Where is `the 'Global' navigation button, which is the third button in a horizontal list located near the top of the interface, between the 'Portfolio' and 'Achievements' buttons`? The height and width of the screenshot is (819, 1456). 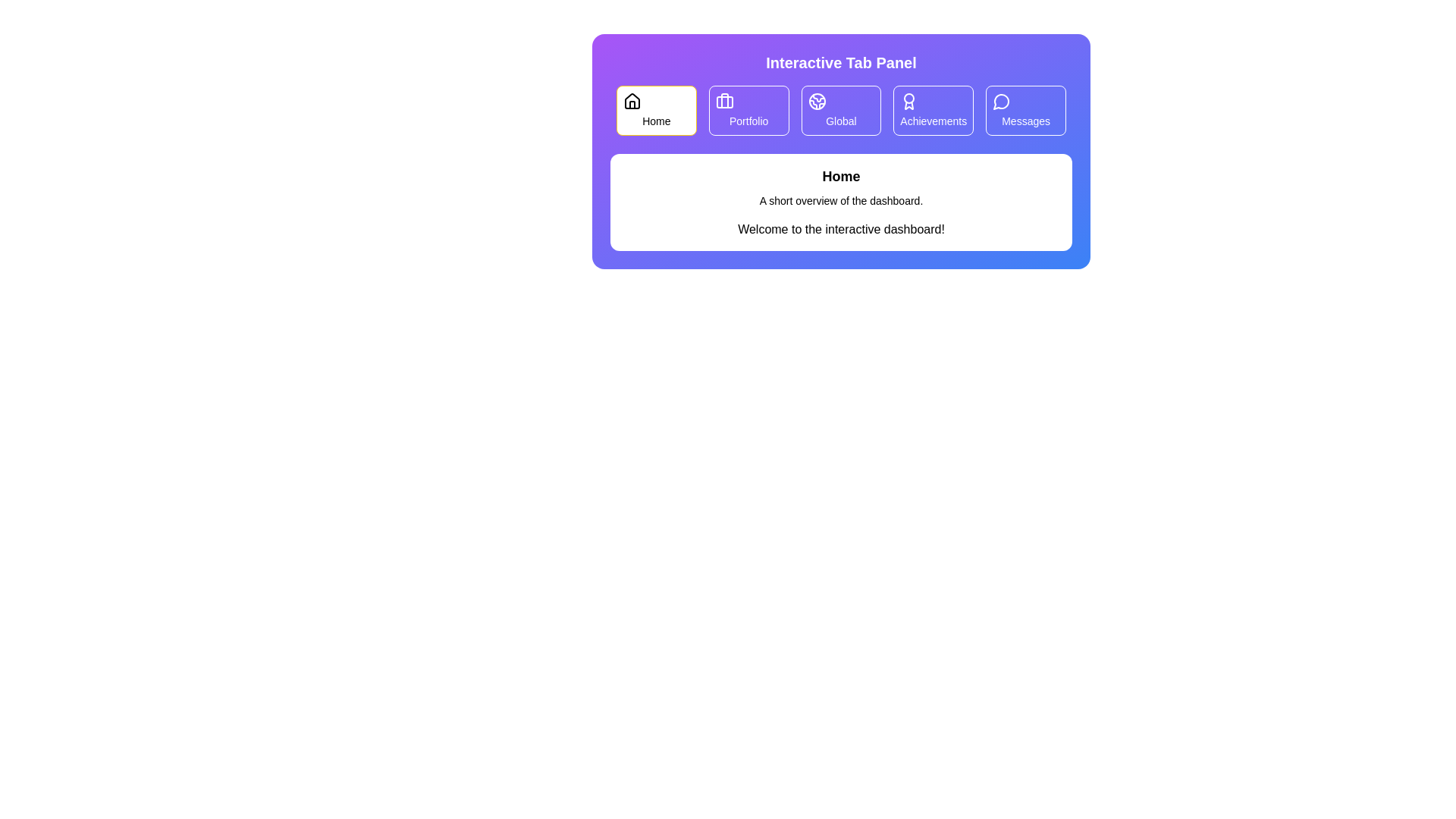 the 'Global' navigation button, which is the third button in a horizontal list located near the top of the interface, between the 'Portfolio' and 'Achievements' buttons is located at coordinates (840, 110).